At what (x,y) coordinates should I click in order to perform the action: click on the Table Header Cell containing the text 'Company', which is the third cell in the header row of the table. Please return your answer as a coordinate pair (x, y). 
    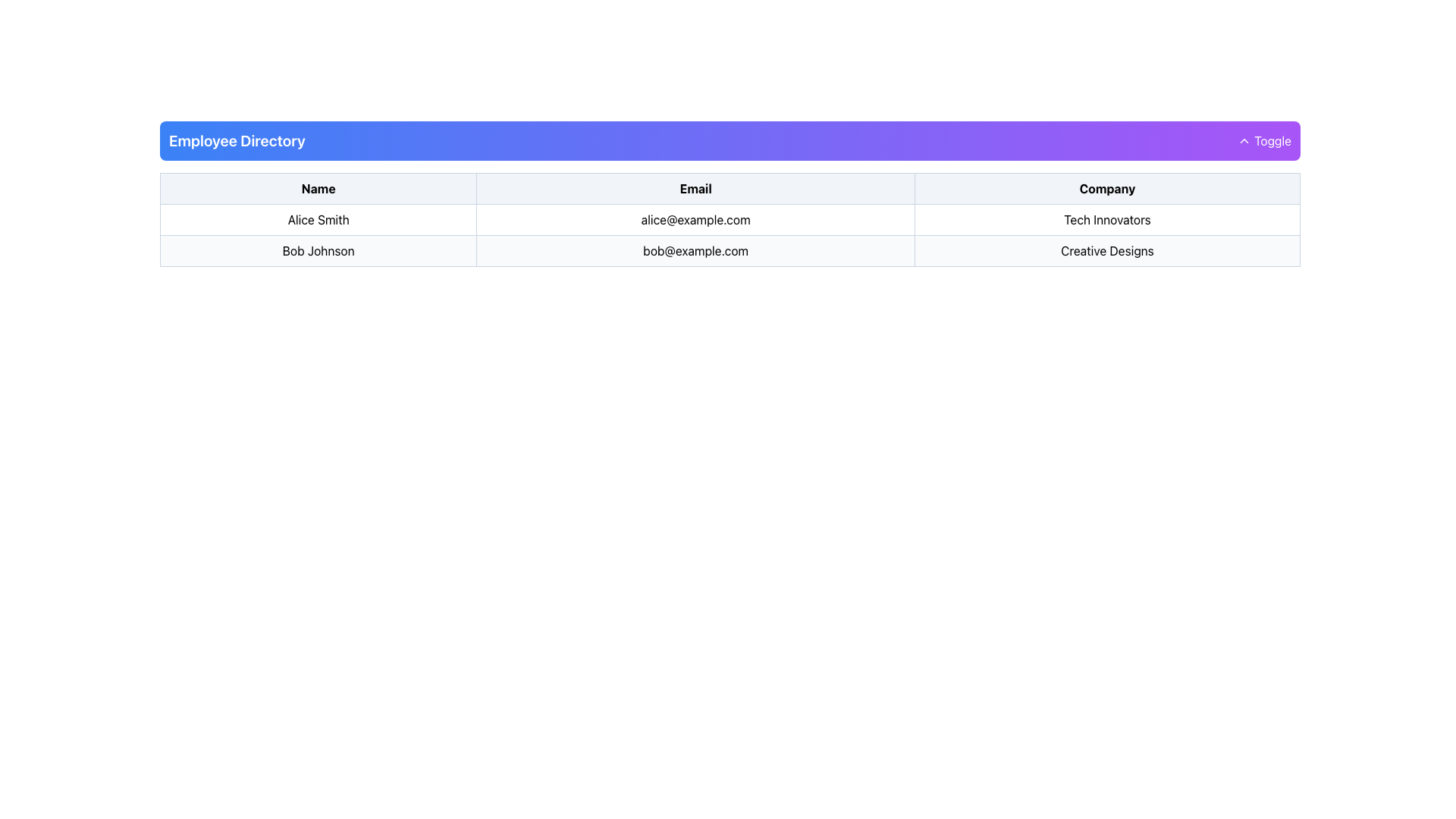
    Looking at the image, I should click on (1107, 188).